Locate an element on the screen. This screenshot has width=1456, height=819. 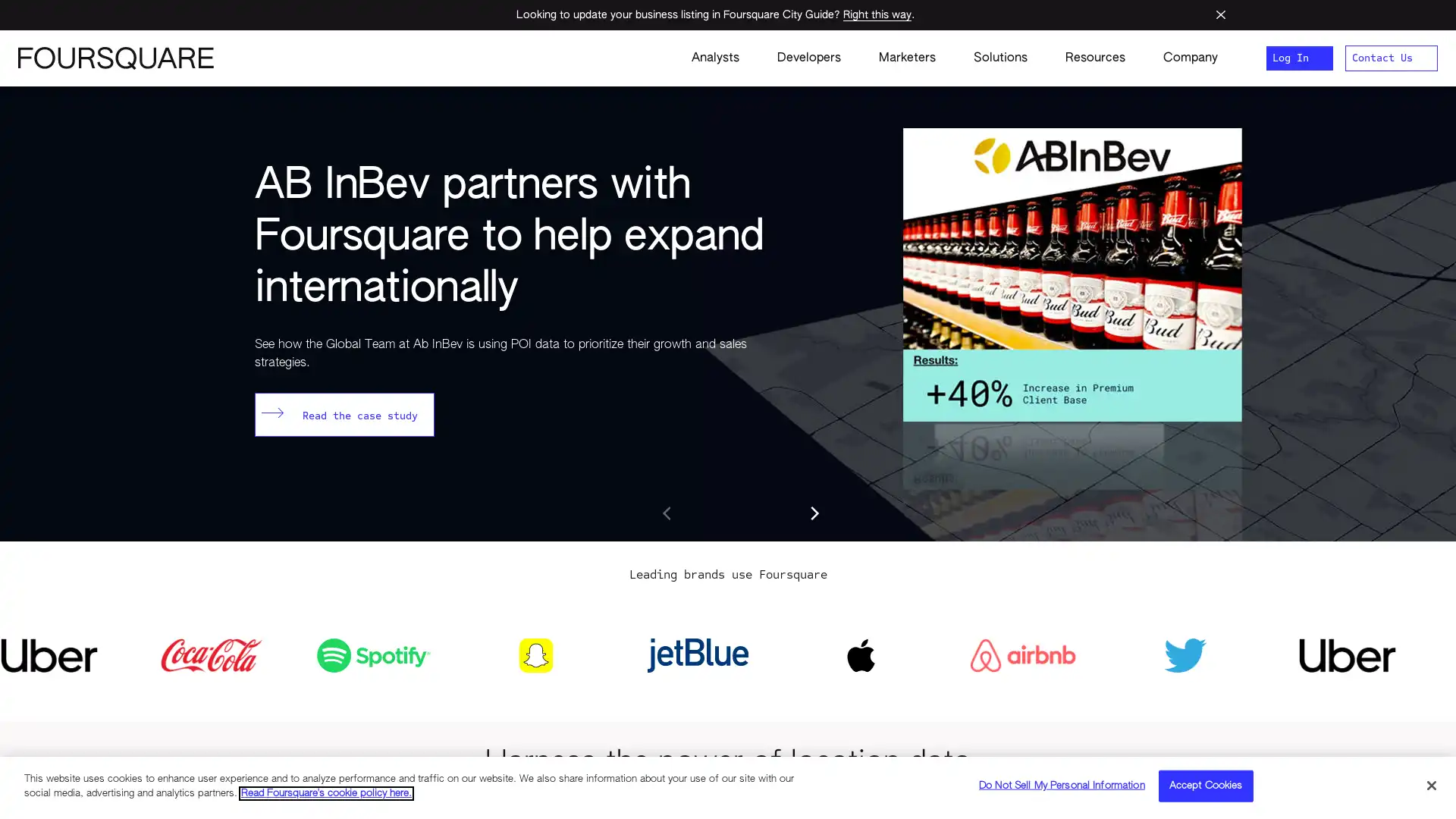
Previous is located at coordinates (667, 513).